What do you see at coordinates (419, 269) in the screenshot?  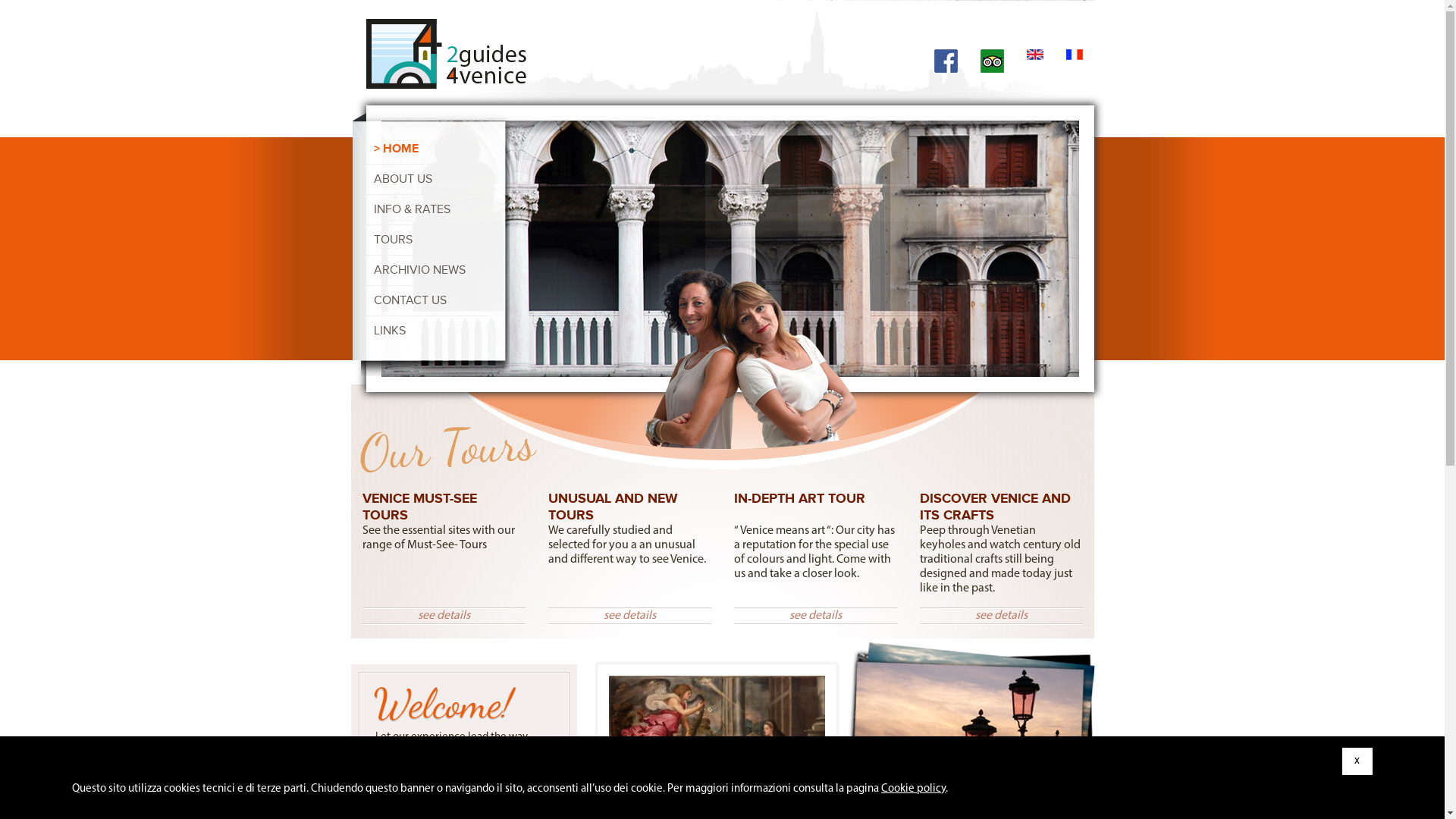 I see `'ARCHIVIO NEWS'` at bounding box center [419, 269].